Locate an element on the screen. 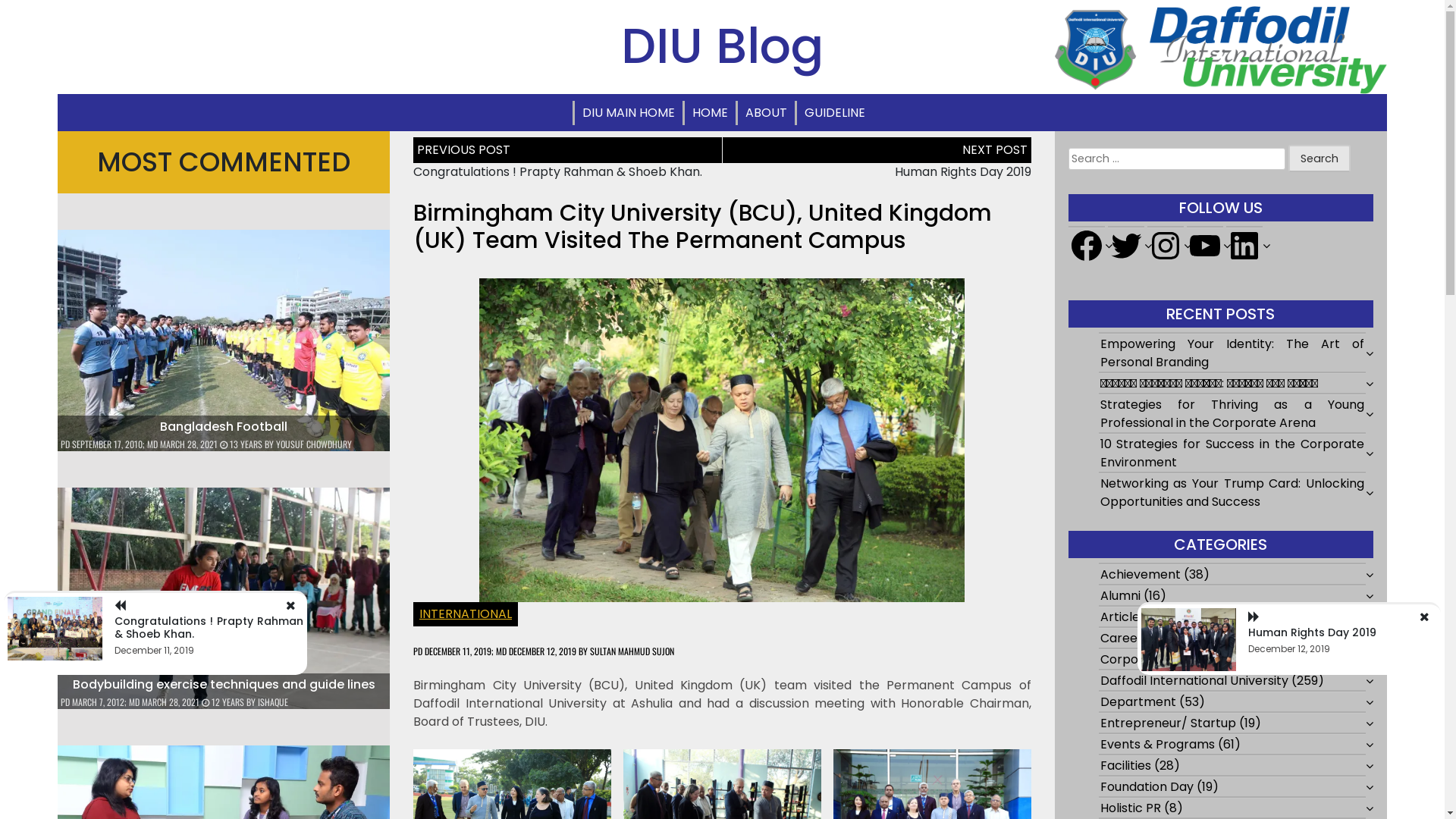  'Events & Programs' is located at coordinates (1156, 743).